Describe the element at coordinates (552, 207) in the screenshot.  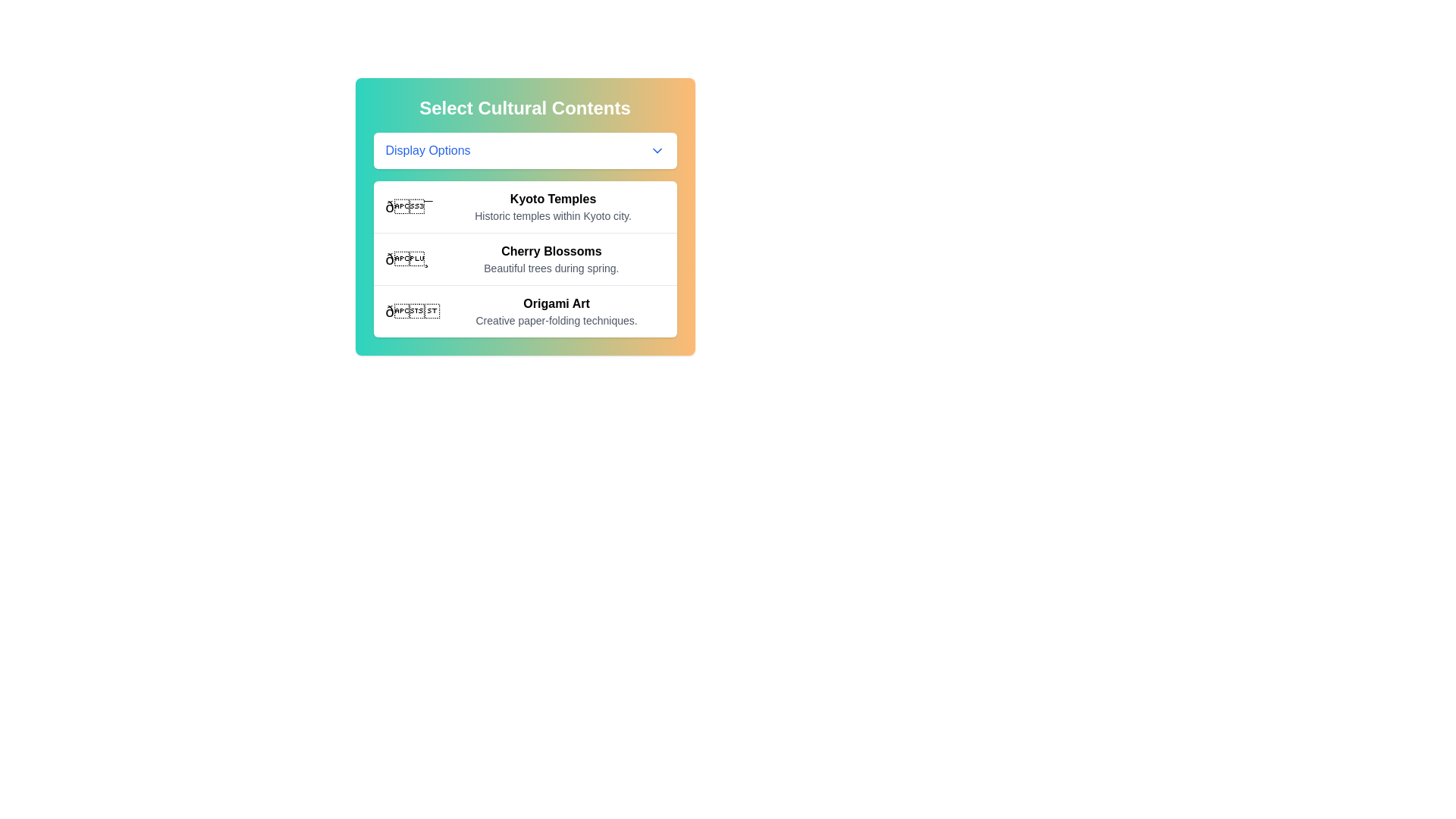
I see `the 'Kyoto Temples' information display text block` at that location.